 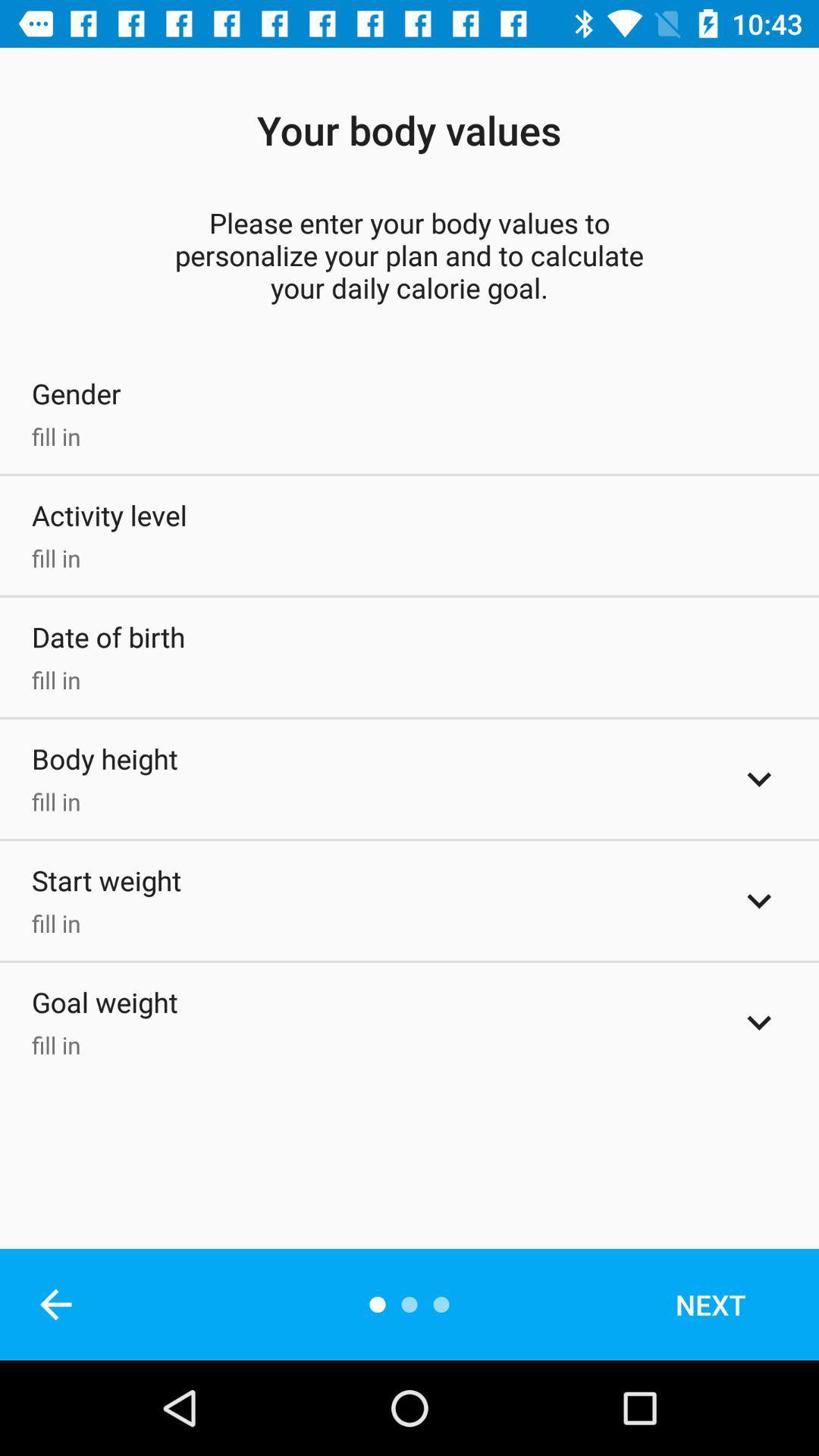 What do you see at coordinates (759, 779) in the screenshot?
I see `expands to show details` at bounding box center [759, 779].